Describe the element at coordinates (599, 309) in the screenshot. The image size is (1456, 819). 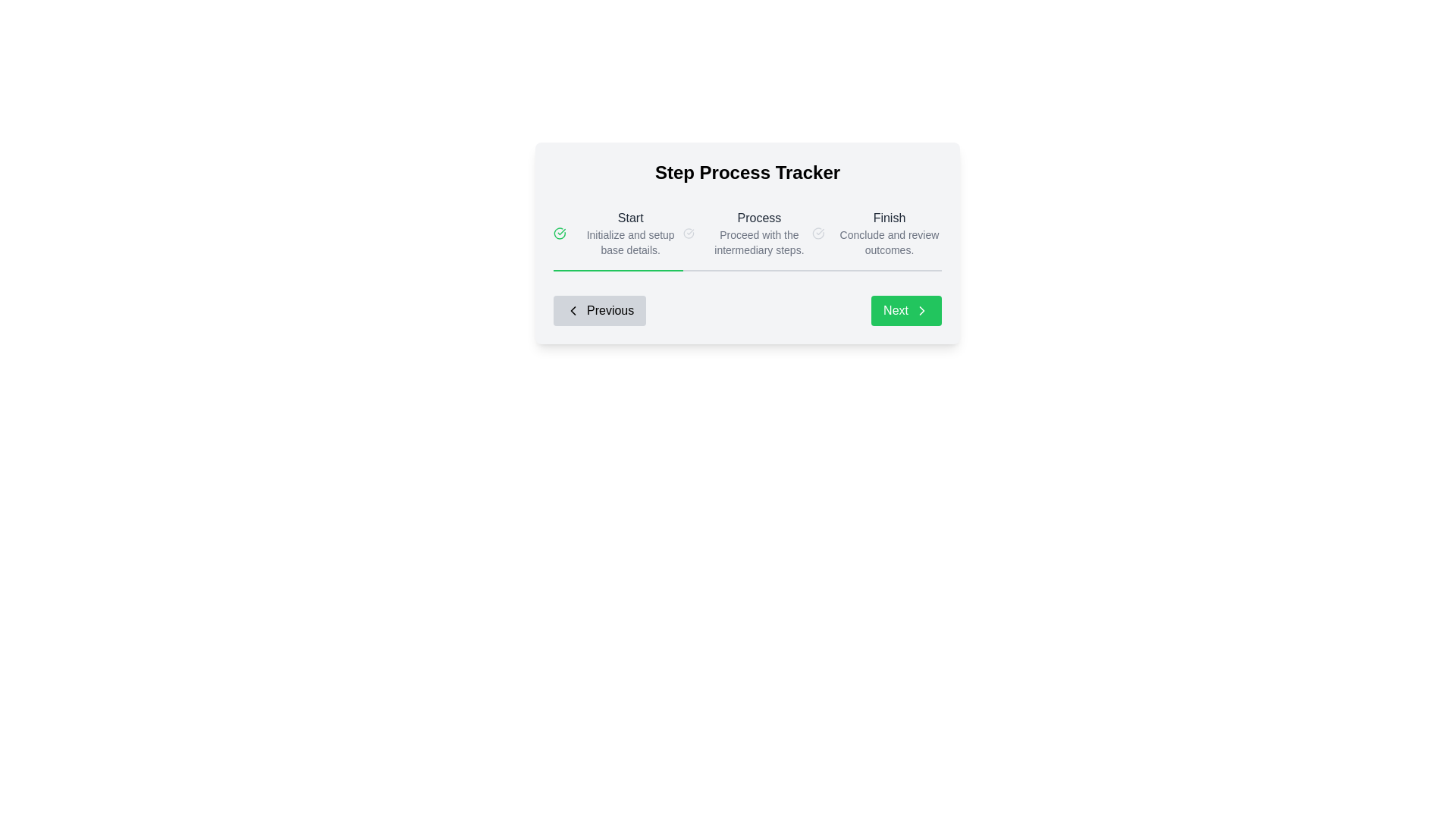
I see `the leftmost navigation button` at that location.